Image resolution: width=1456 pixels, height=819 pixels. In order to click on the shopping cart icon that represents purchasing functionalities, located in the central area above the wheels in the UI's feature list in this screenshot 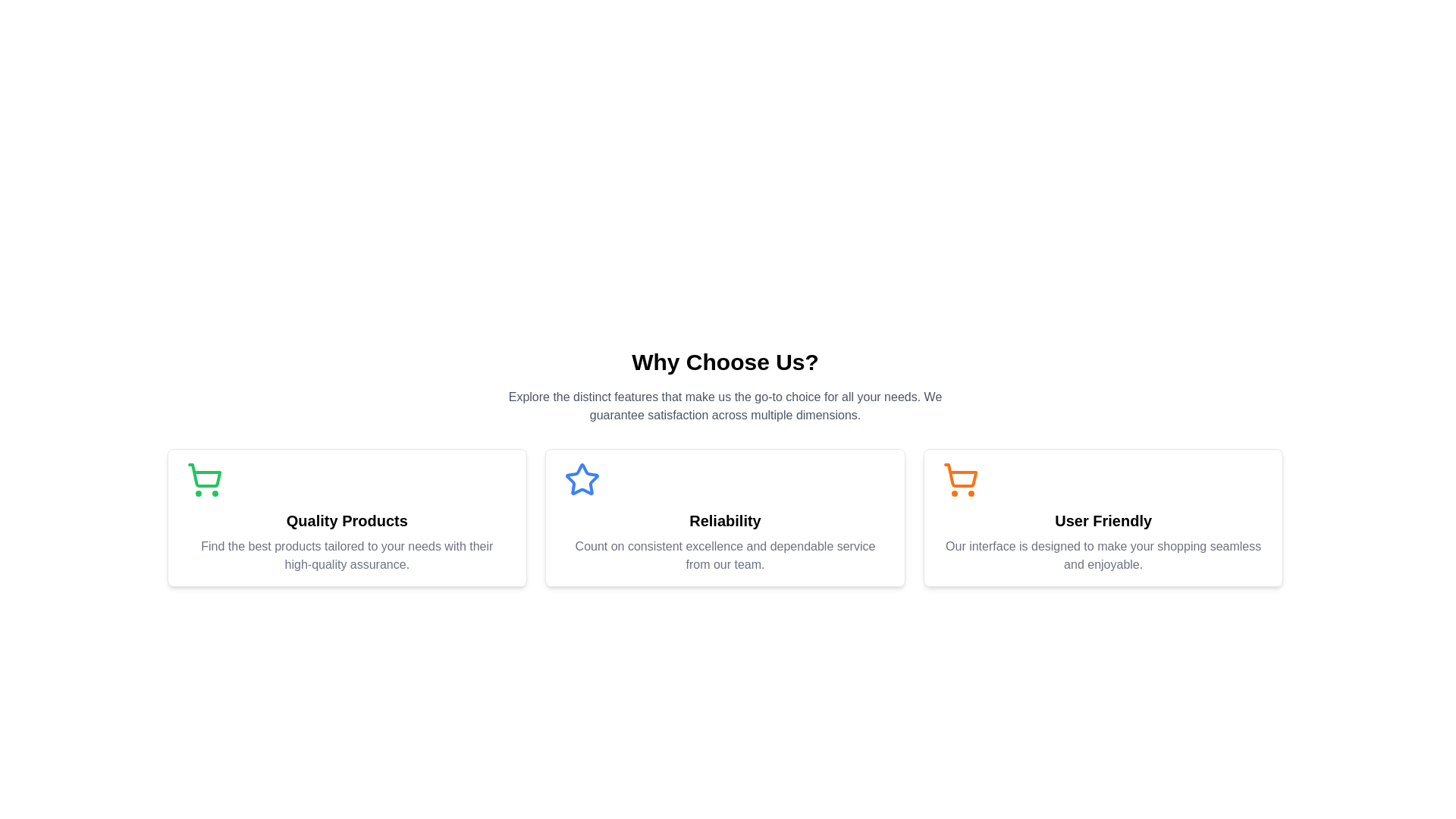, I will do `click(203, 475)`.